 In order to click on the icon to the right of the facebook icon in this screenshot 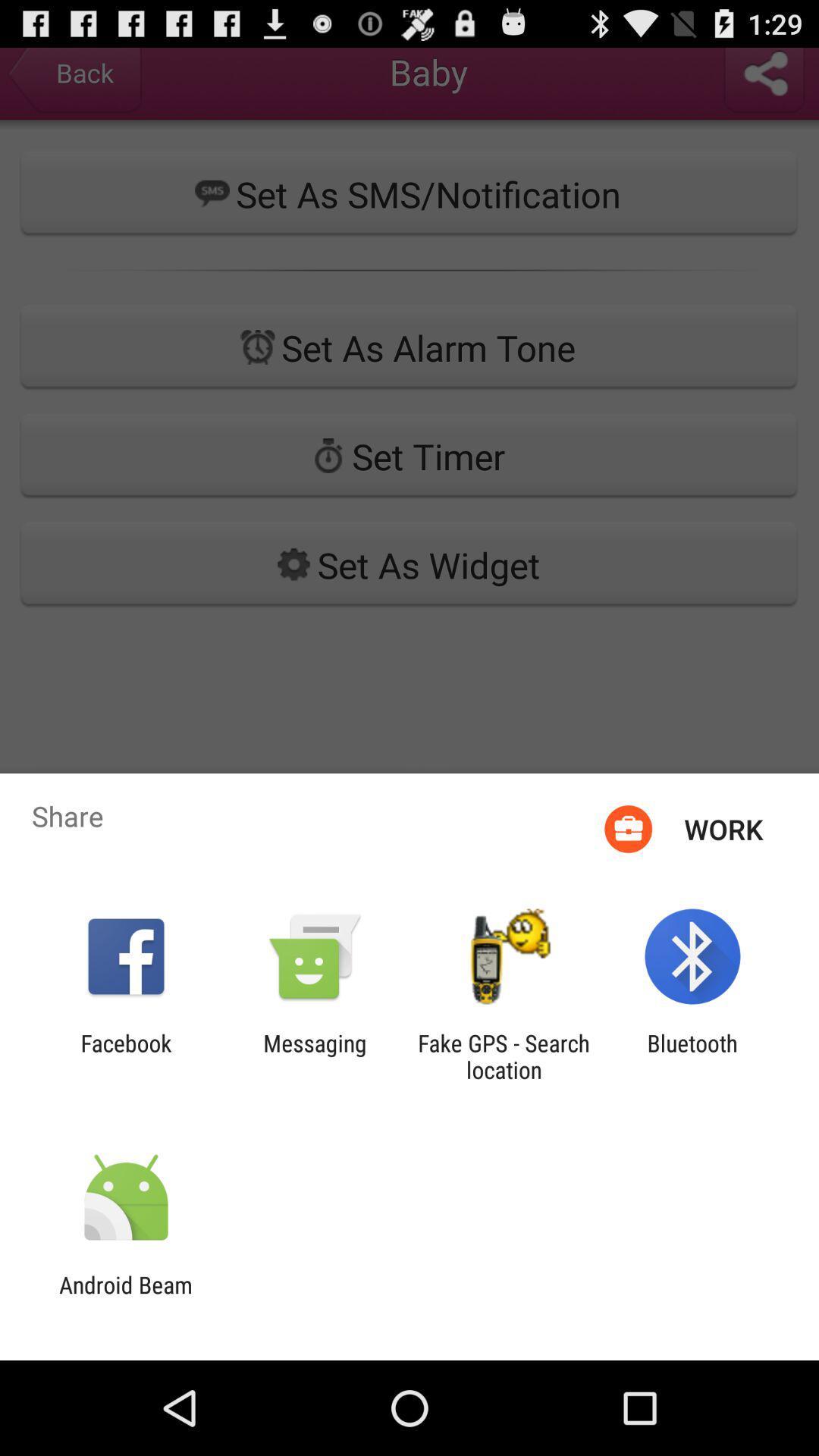, I will do `click(314, 1056)`.